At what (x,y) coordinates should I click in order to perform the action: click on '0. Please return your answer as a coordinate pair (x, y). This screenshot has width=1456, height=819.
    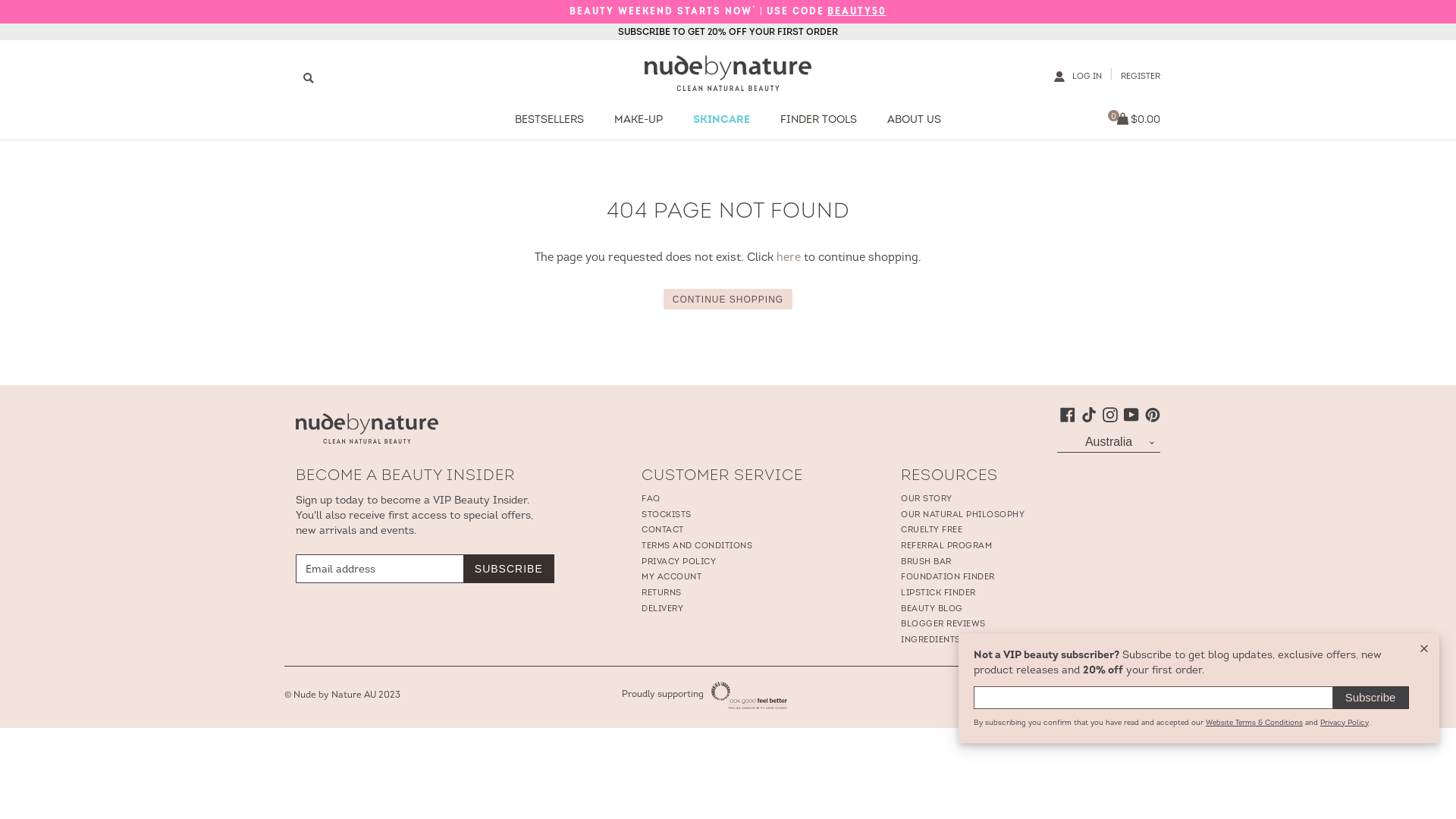
    Looking at the image, I should click on (1134, 119).